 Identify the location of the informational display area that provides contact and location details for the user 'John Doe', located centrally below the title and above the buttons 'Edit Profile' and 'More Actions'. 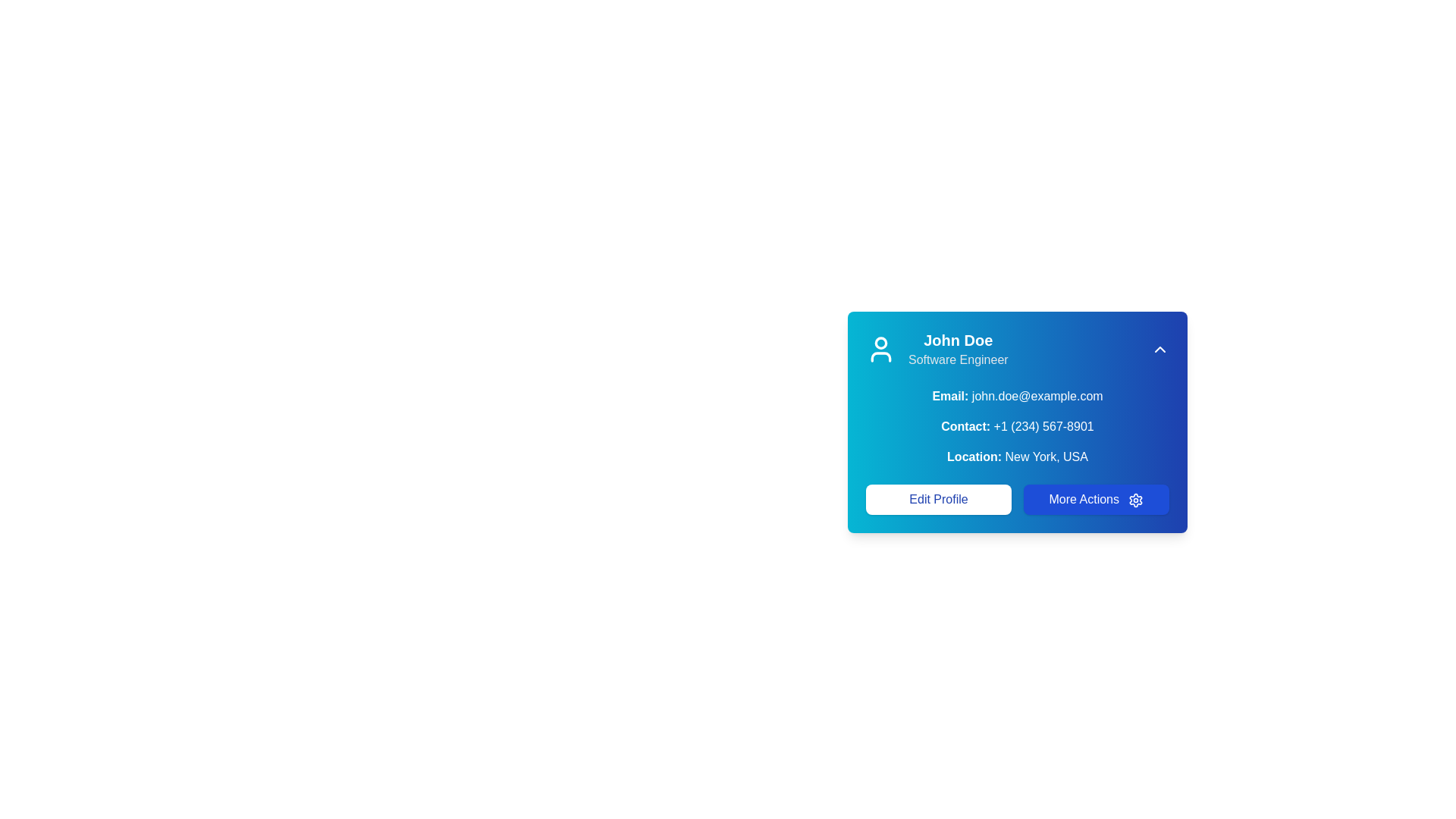
(1018, 427).